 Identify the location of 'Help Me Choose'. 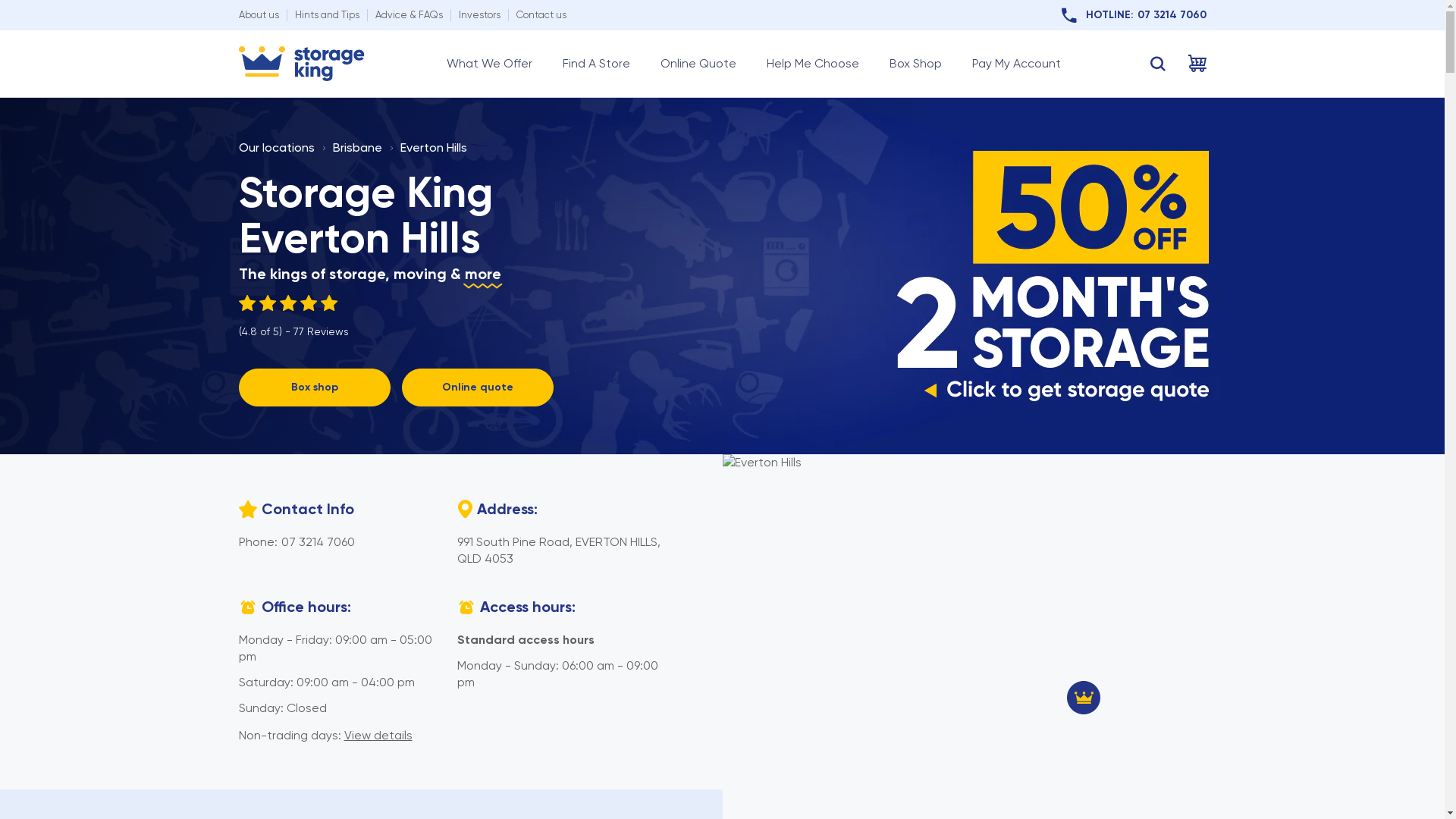
(765, 63).